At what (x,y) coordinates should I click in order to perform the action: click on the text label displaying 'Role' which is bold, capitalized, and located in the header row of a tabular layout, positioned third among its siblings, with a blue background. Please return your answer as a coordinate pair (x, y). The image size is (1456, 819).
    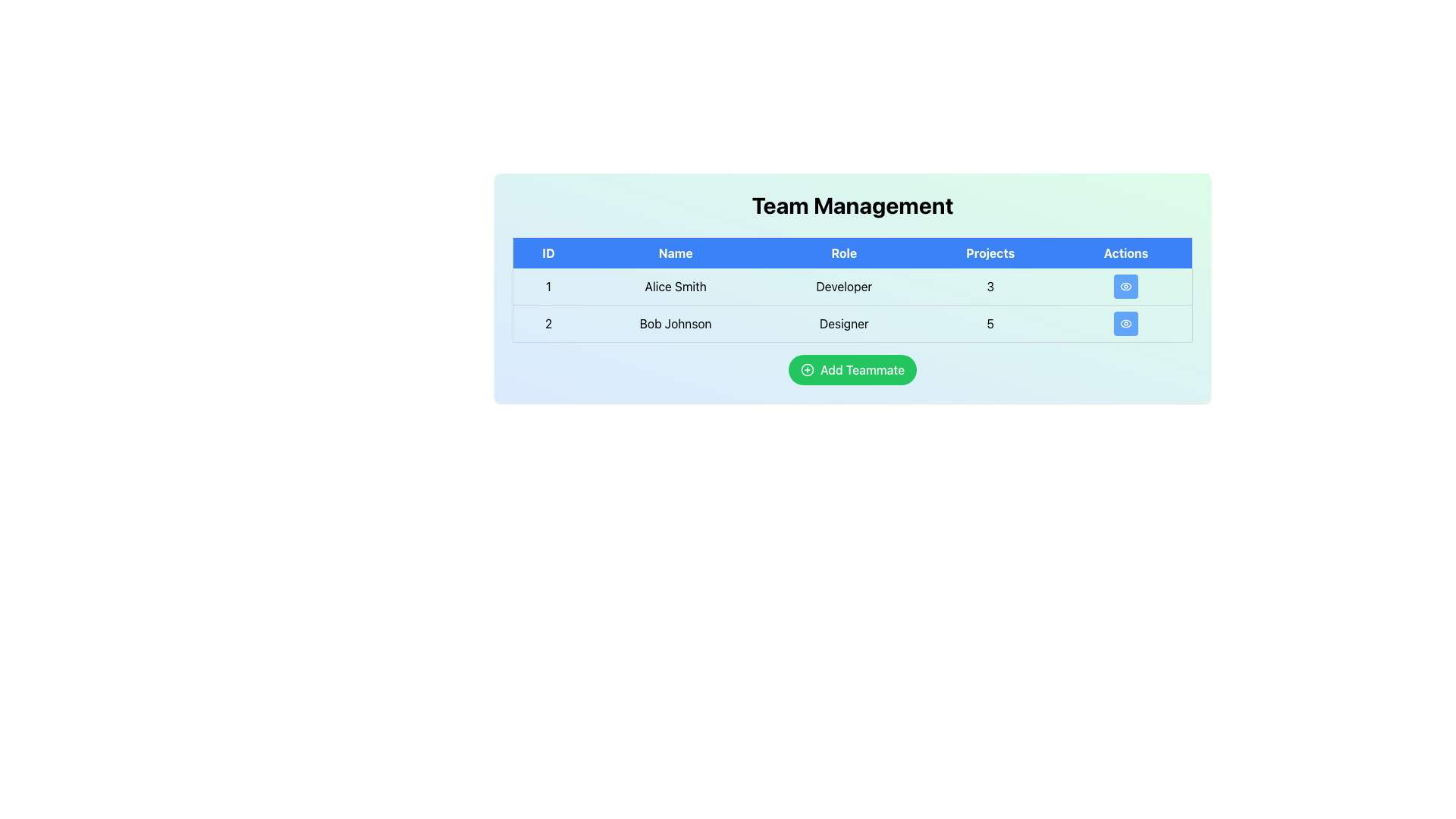
    Looking at the image, I should click on (843, 252).